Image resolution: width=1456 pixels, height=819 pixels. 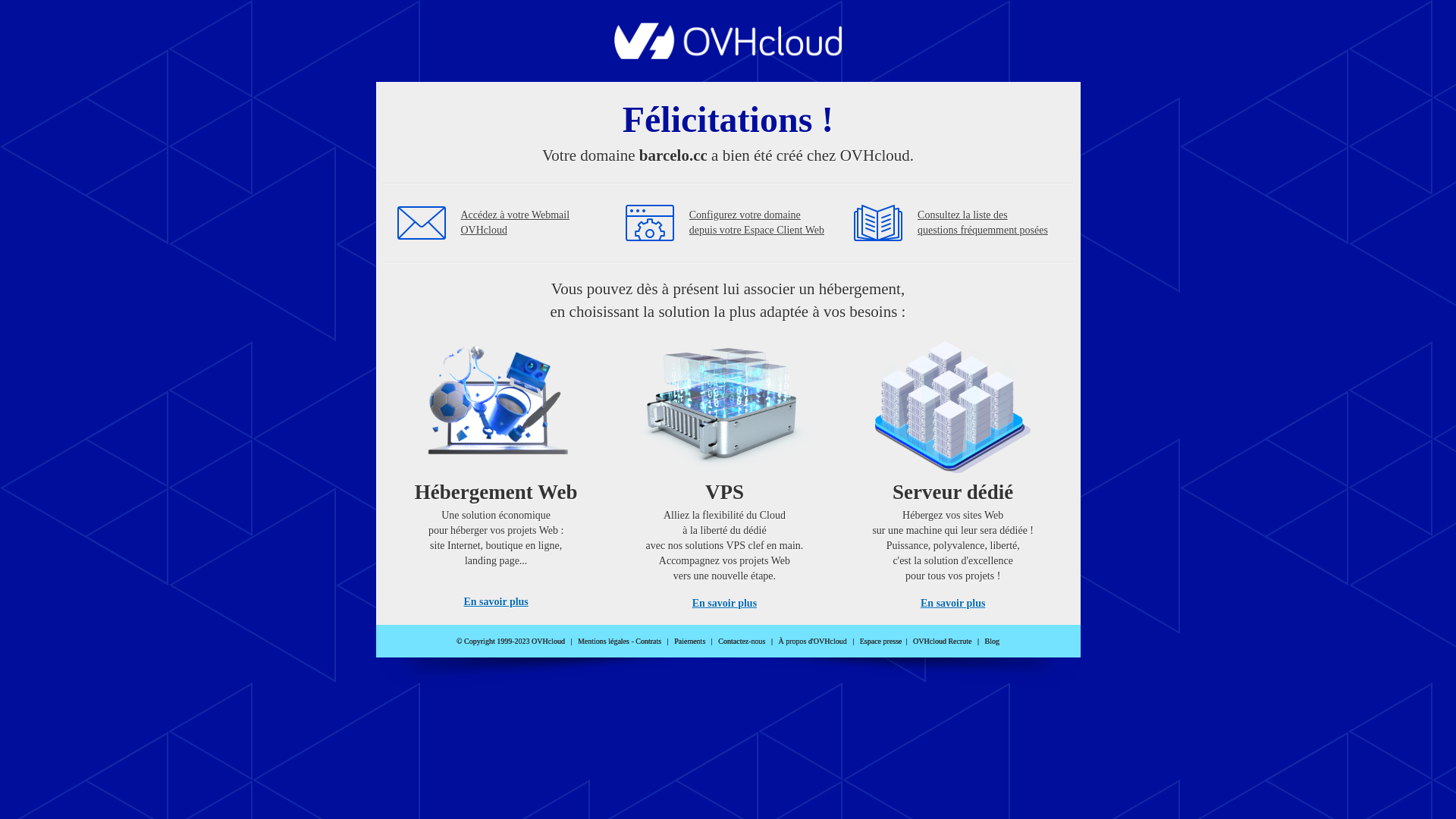 I want to click on 'Contactez-nous', so click(x=717, y=641).